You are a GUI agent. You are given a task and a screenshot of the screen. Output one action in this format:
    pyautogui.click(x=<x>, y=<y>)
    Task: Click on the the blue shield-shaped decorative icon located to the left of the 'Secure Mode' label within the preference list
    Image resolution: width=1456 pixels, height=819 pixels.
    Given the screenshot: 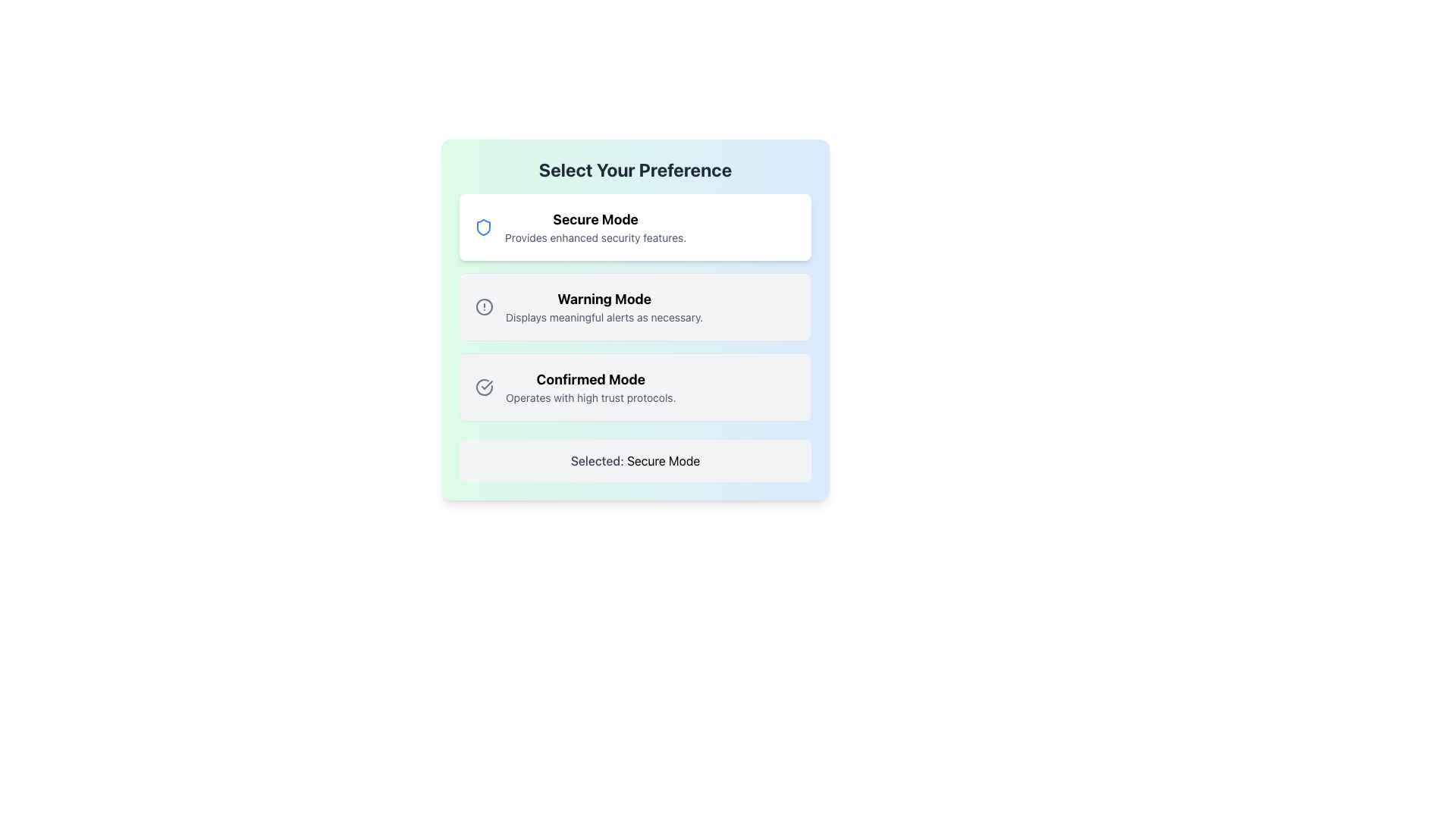 What is the action you would take?
    pyautogui.click(x=483, y=227)
    